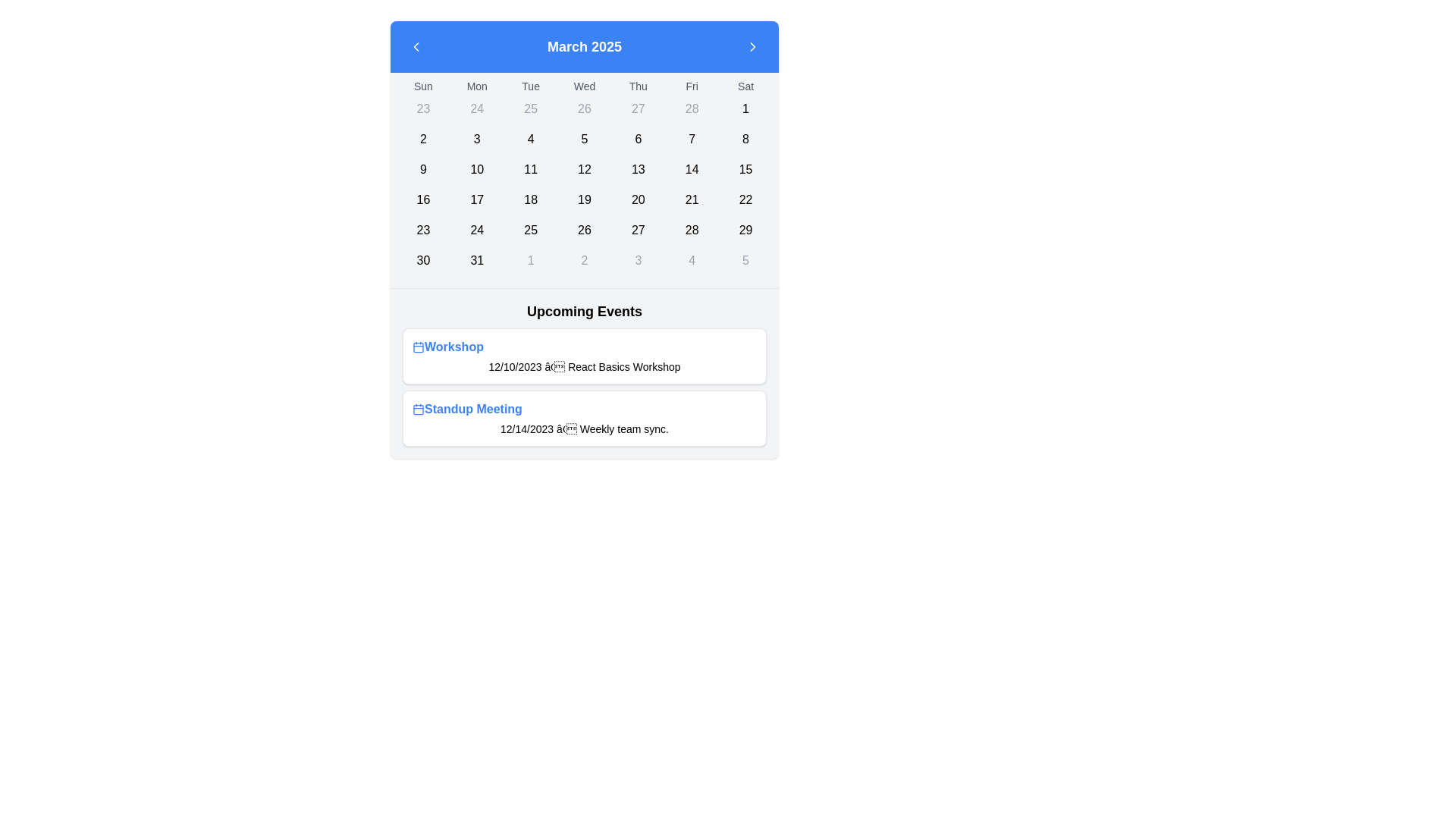  What do you see at coordinates (691, 169) in the screenshot?
I see `the square-shaped button representing the date '14' in the calendar grid` at bounding box center [691, 169].